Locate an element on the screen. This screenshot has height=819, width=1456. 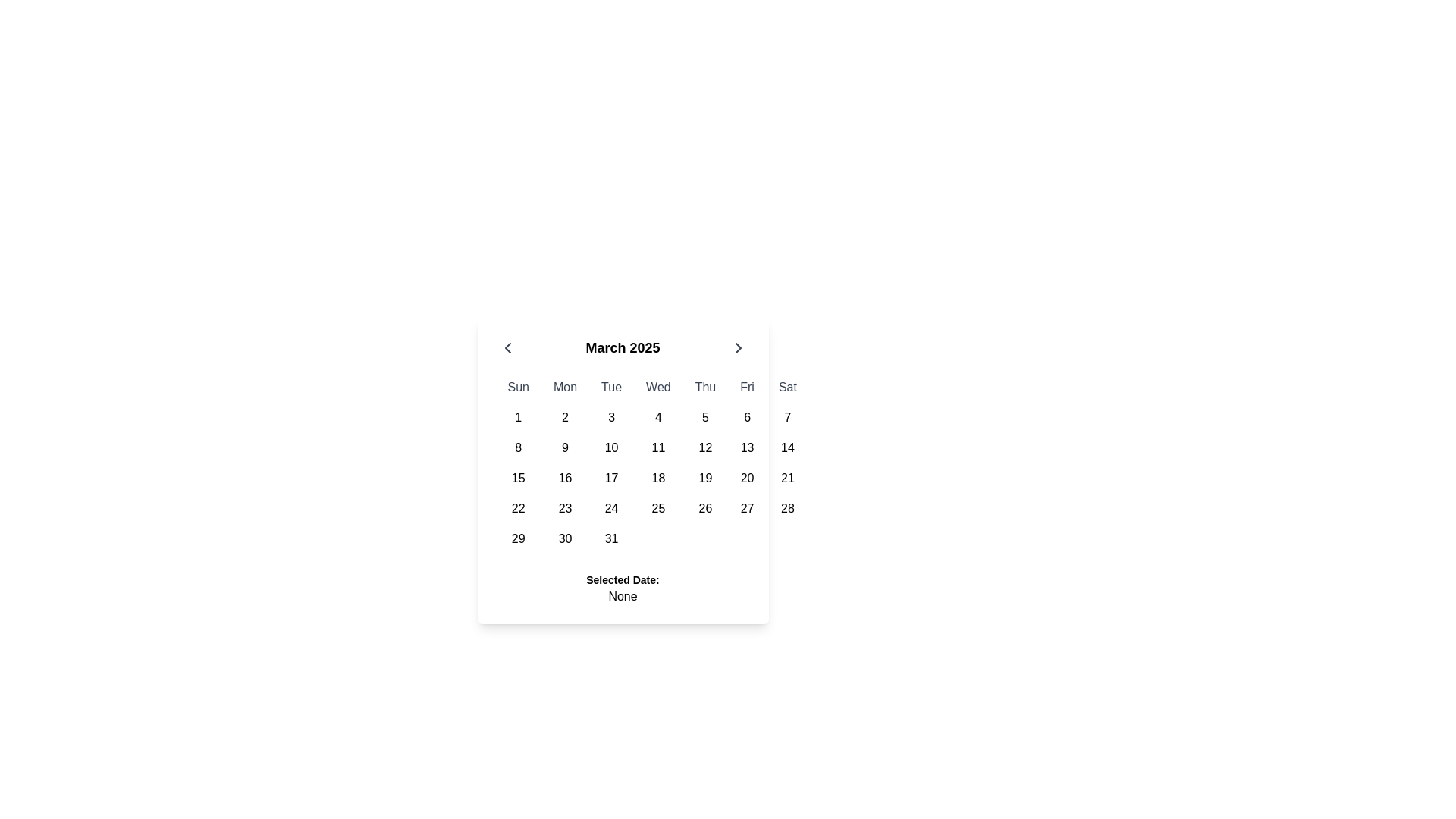
the clickable date item representing the date '26' in the calendar is located at coordinates (704, 509).